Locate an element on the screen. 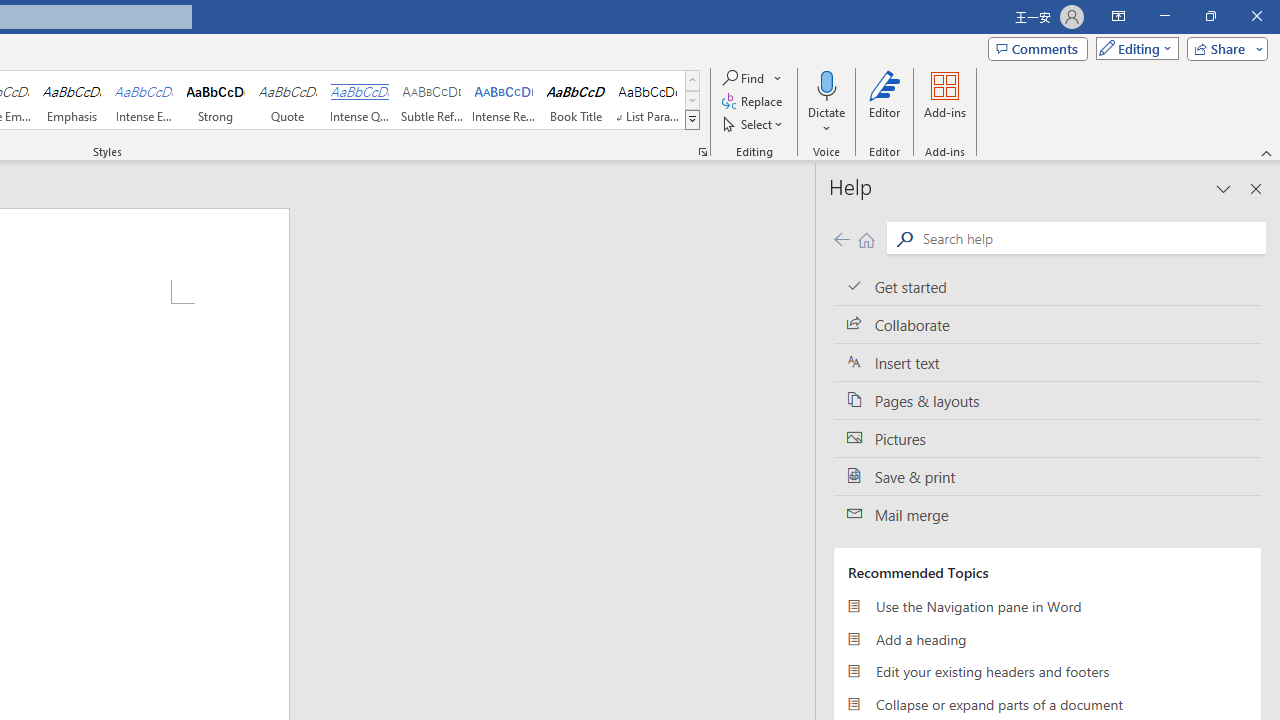 Image resolution: width=1280 pixels, height=720 pixels. 'Select' is located at coordinates (753, 124).